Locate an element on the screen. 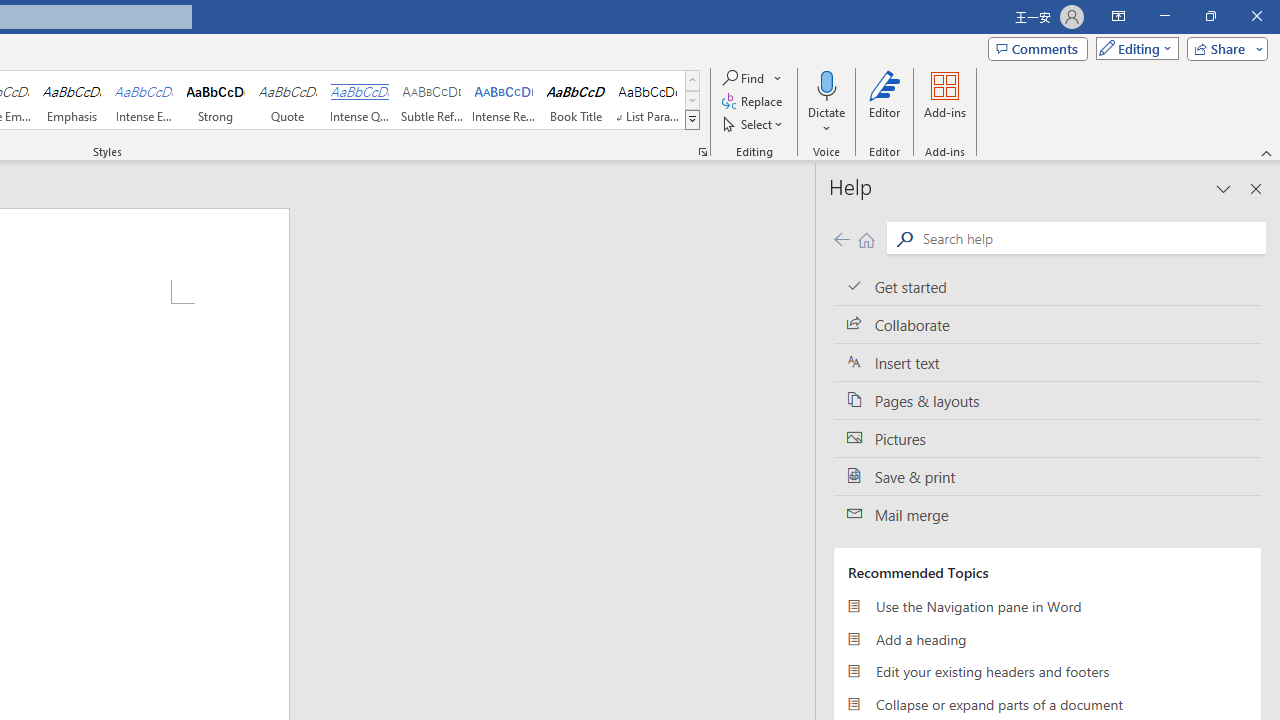 Image resolution: width=1280 pixels, height=720 pixels. 'Select' is located at coordinates (753, 124).